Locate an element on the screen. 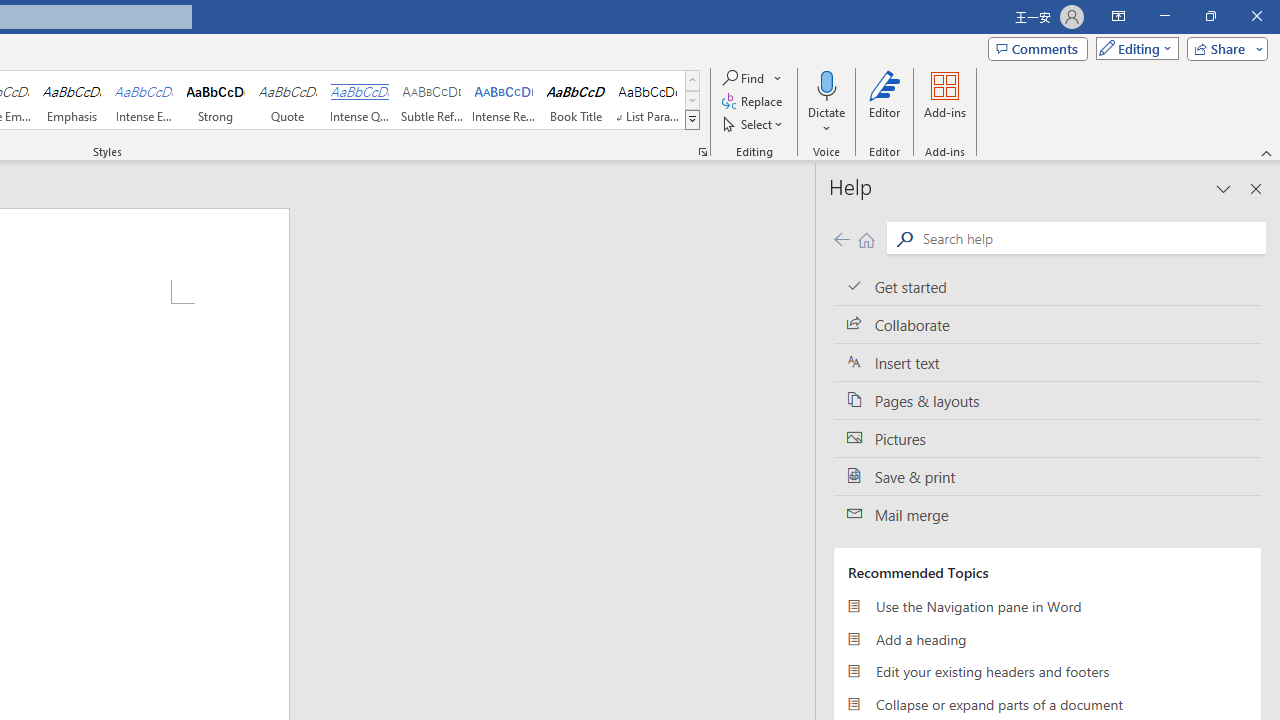 Image resolution: width=1280 pixels, height=720 pixels. 'Select' is located at coordinates (753, 124).